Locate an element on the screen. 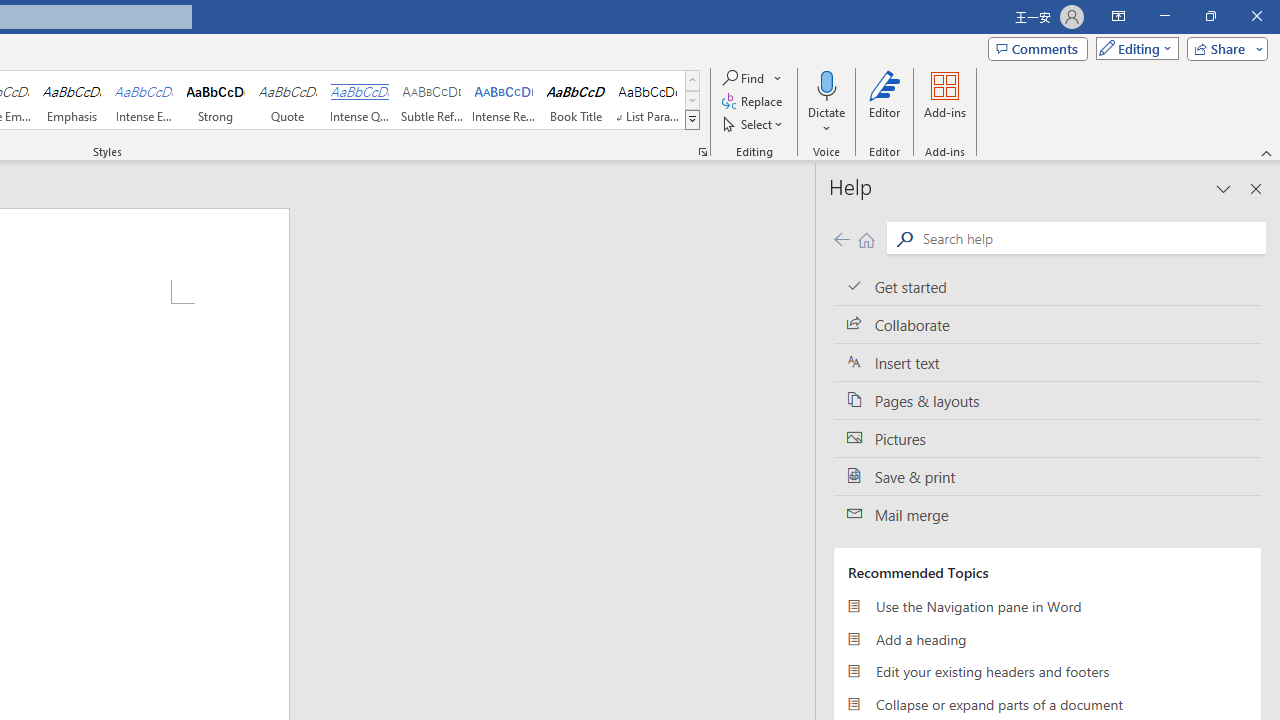 Image resolution: width=1280 pixels, height=720 pixels. 'Select' is located at coordinates (753, 124).